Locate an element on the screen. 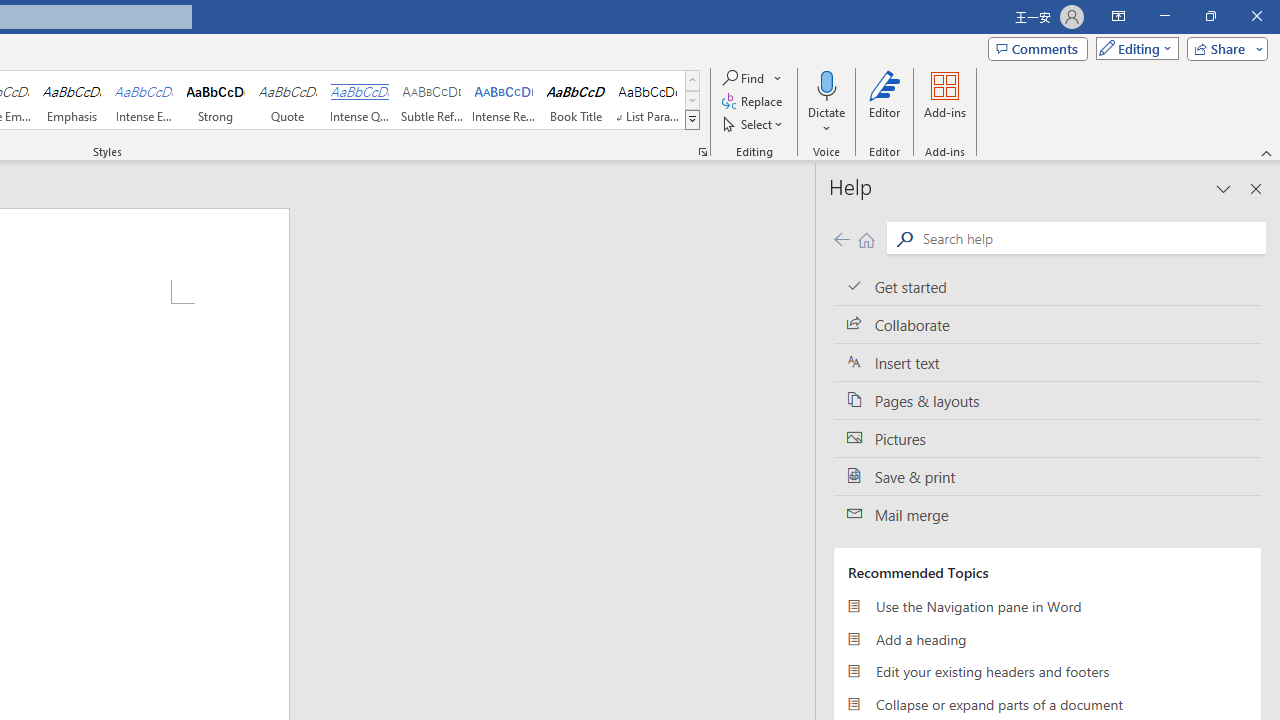 Image resolution: width=1280 pixels, height=720 pixels. 'Select' is located at coordinates (753, 124).